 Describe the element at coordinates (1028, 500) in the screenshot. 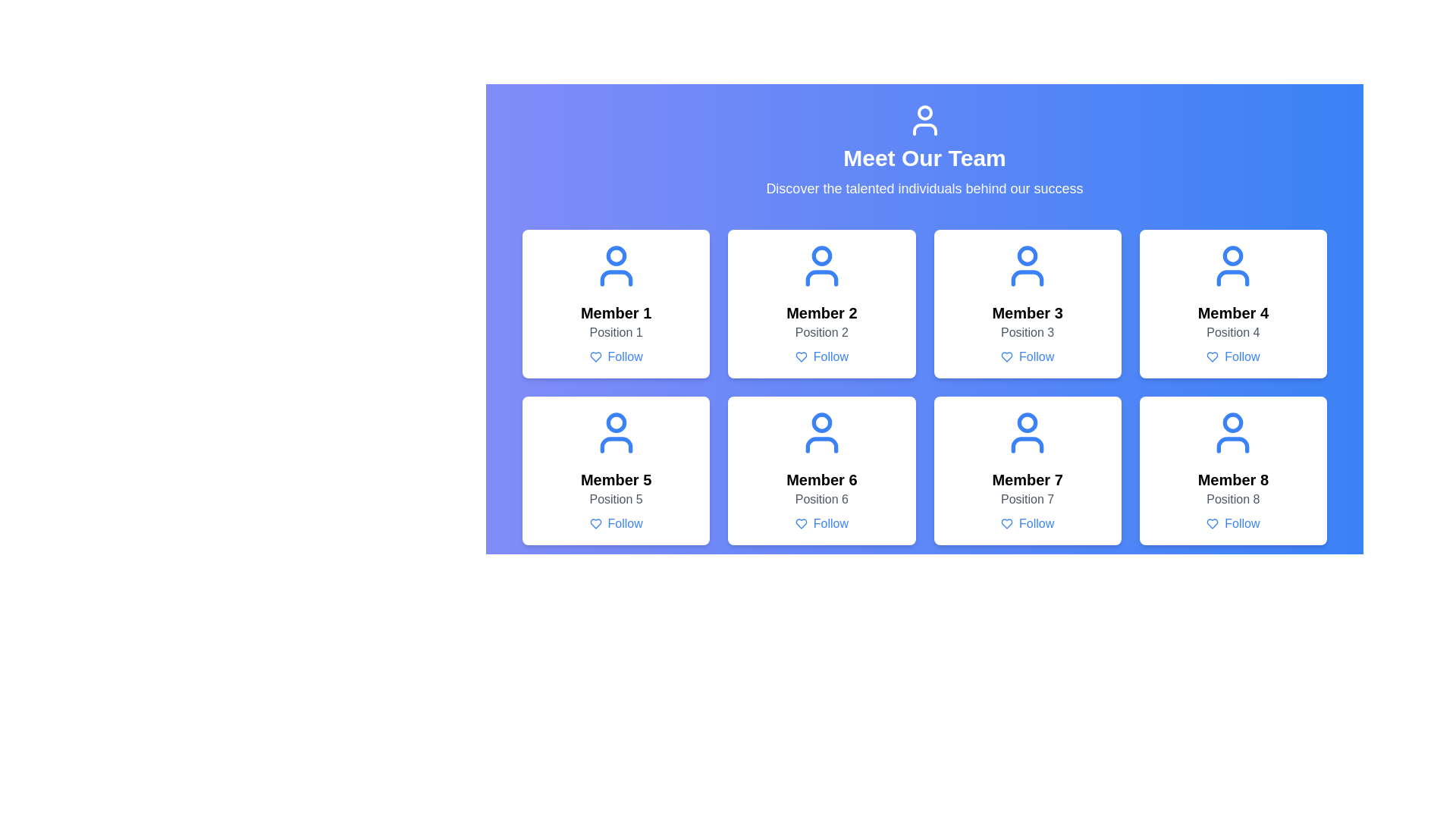

I see `the text label displaying 'Position 7', which is located directly below the bold text 'Member 7' in the card for Member 7` at that location.